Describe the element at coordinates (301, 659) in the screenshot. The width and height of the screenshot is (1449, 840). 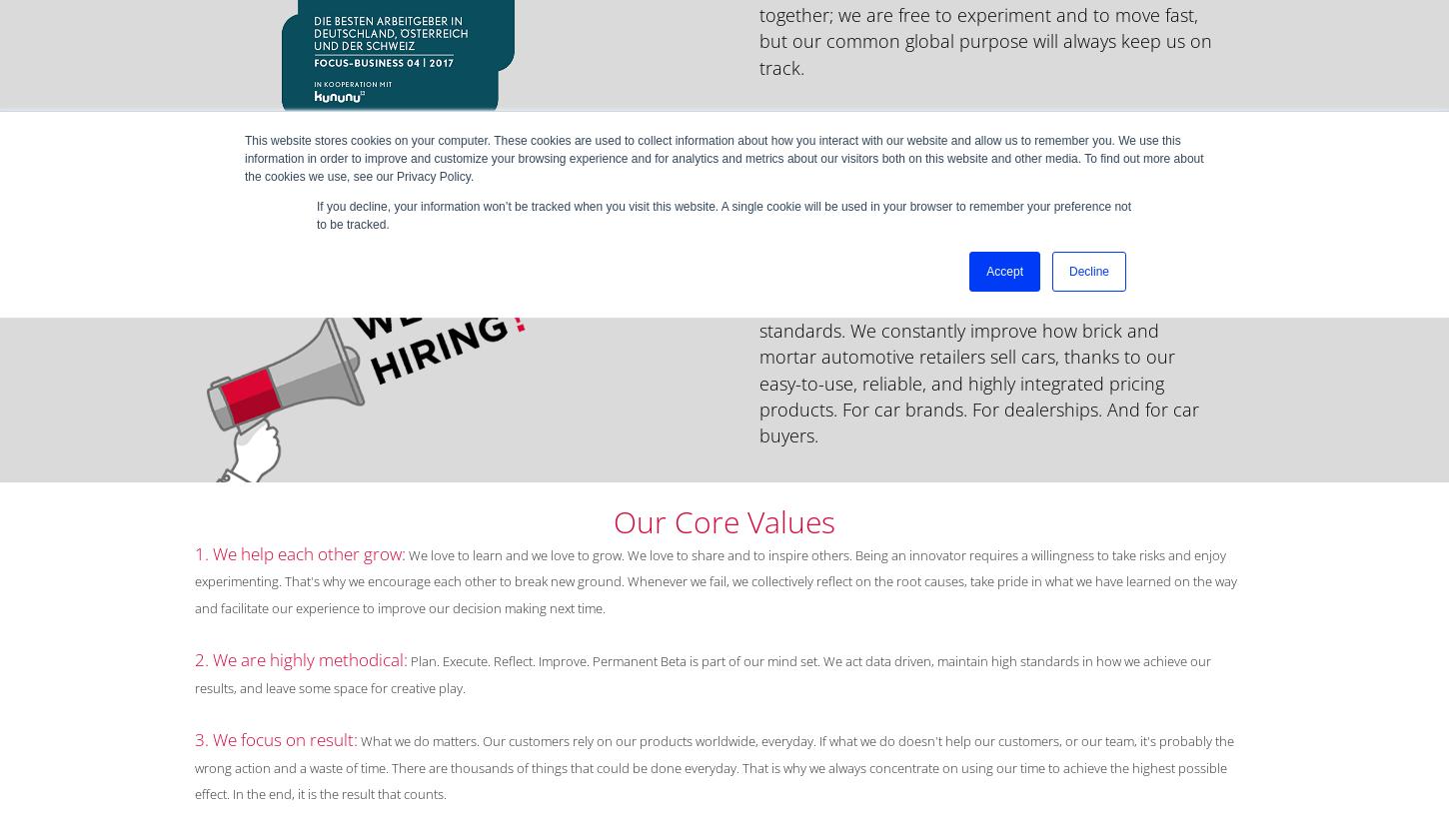
I see `'2. We are highly methodical:'` at that location.